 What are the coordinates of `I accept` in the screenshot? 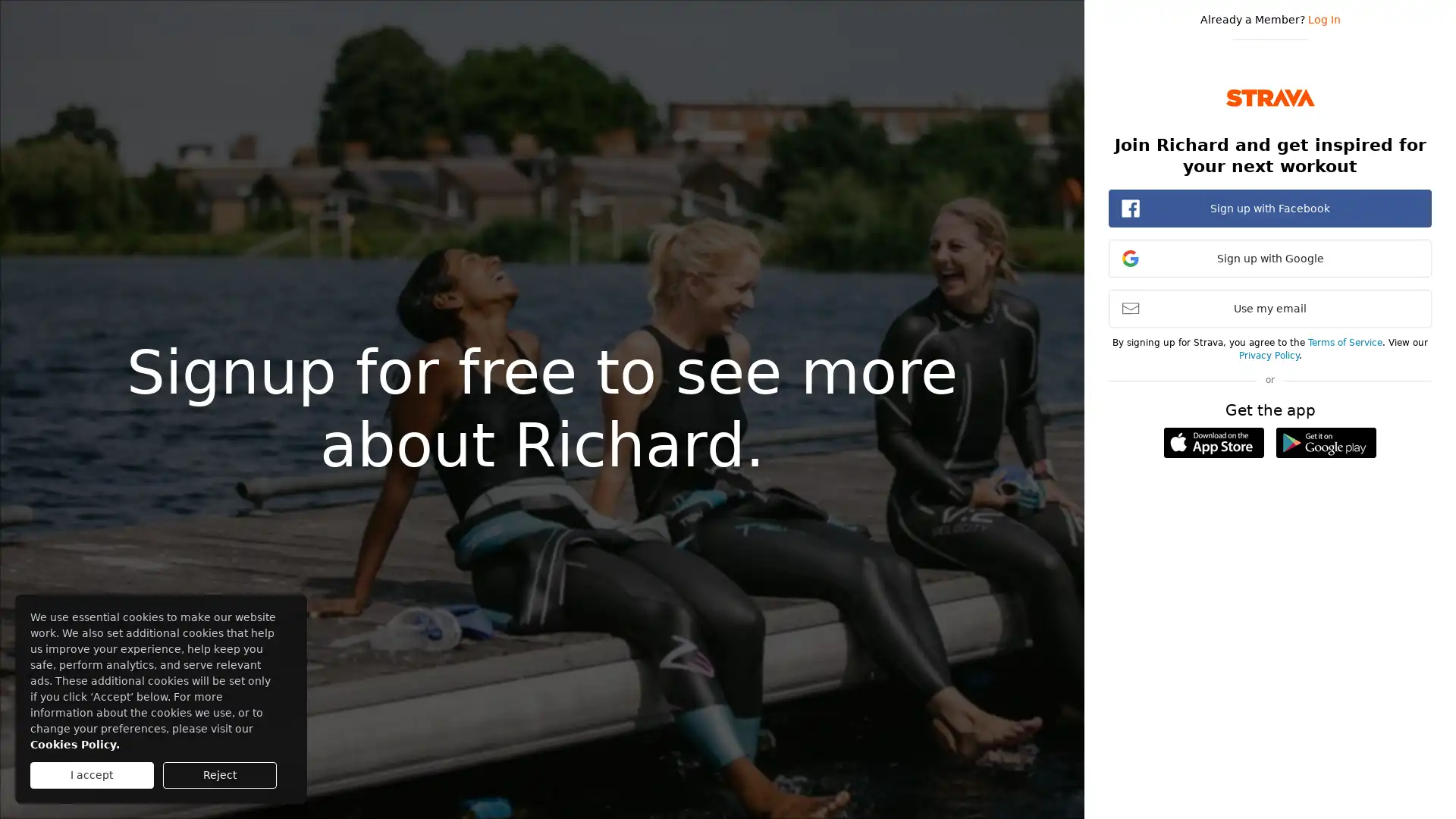 It's located at (90, 775).